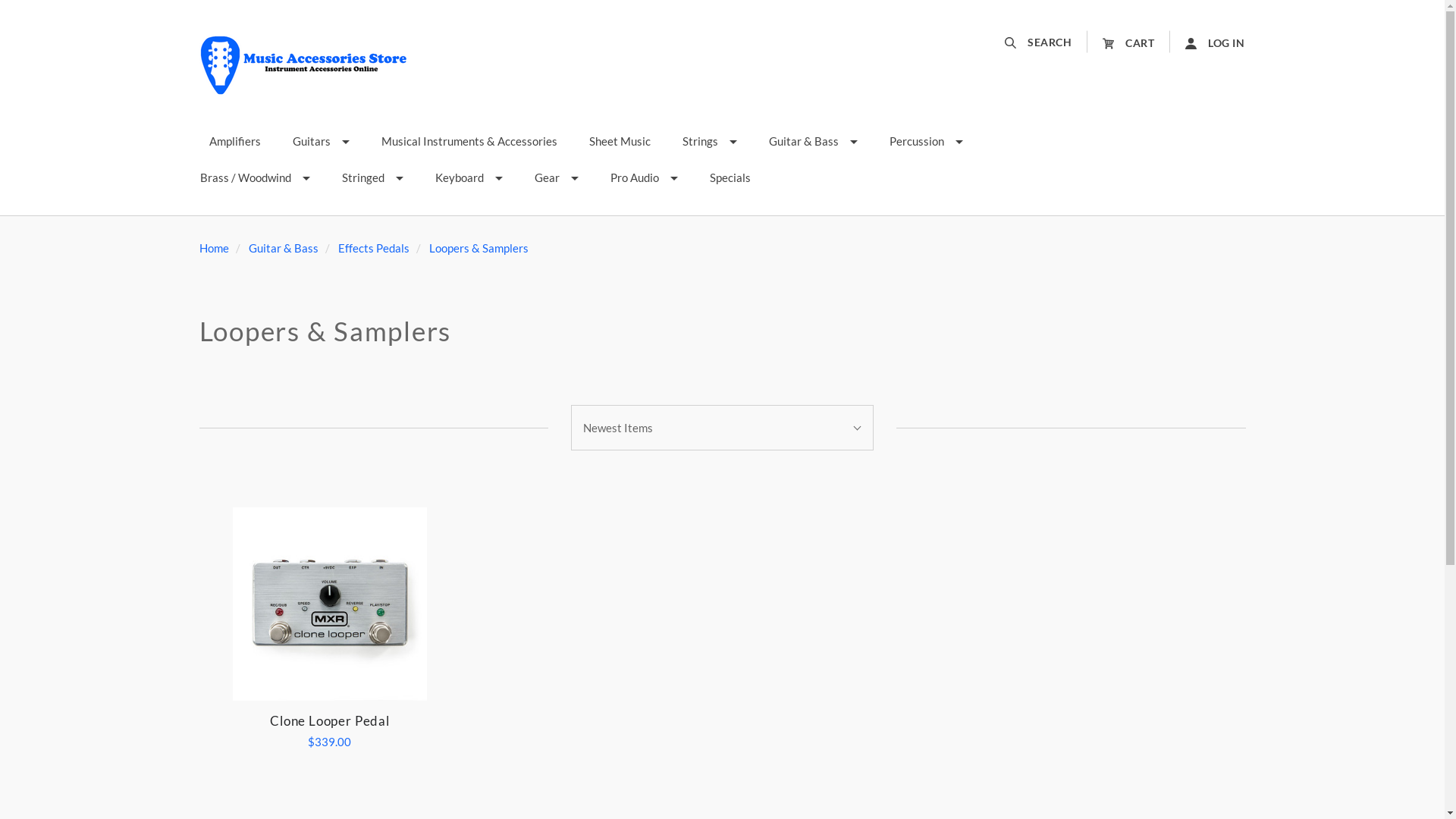  I want to click on 'Percussion', so click(925, 141).